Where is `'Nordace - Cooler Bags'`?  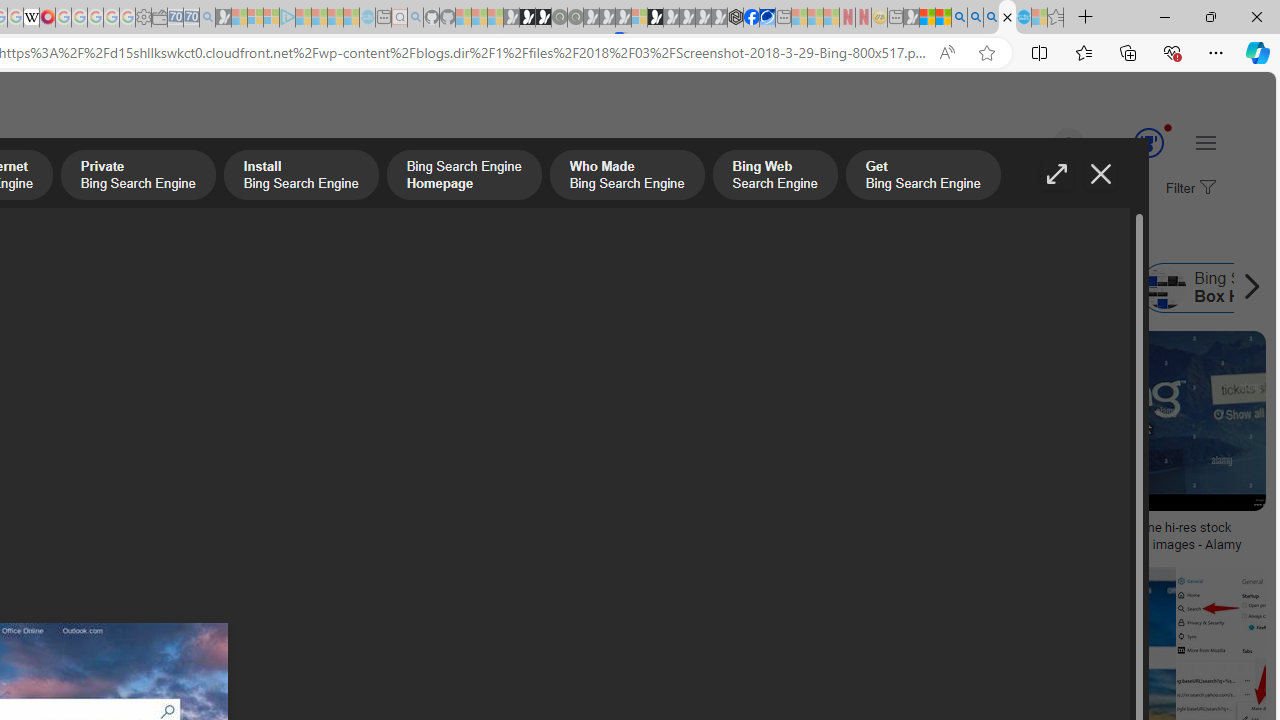 'Nordace - Cooler Bags' is located at coordinates (735, 17).